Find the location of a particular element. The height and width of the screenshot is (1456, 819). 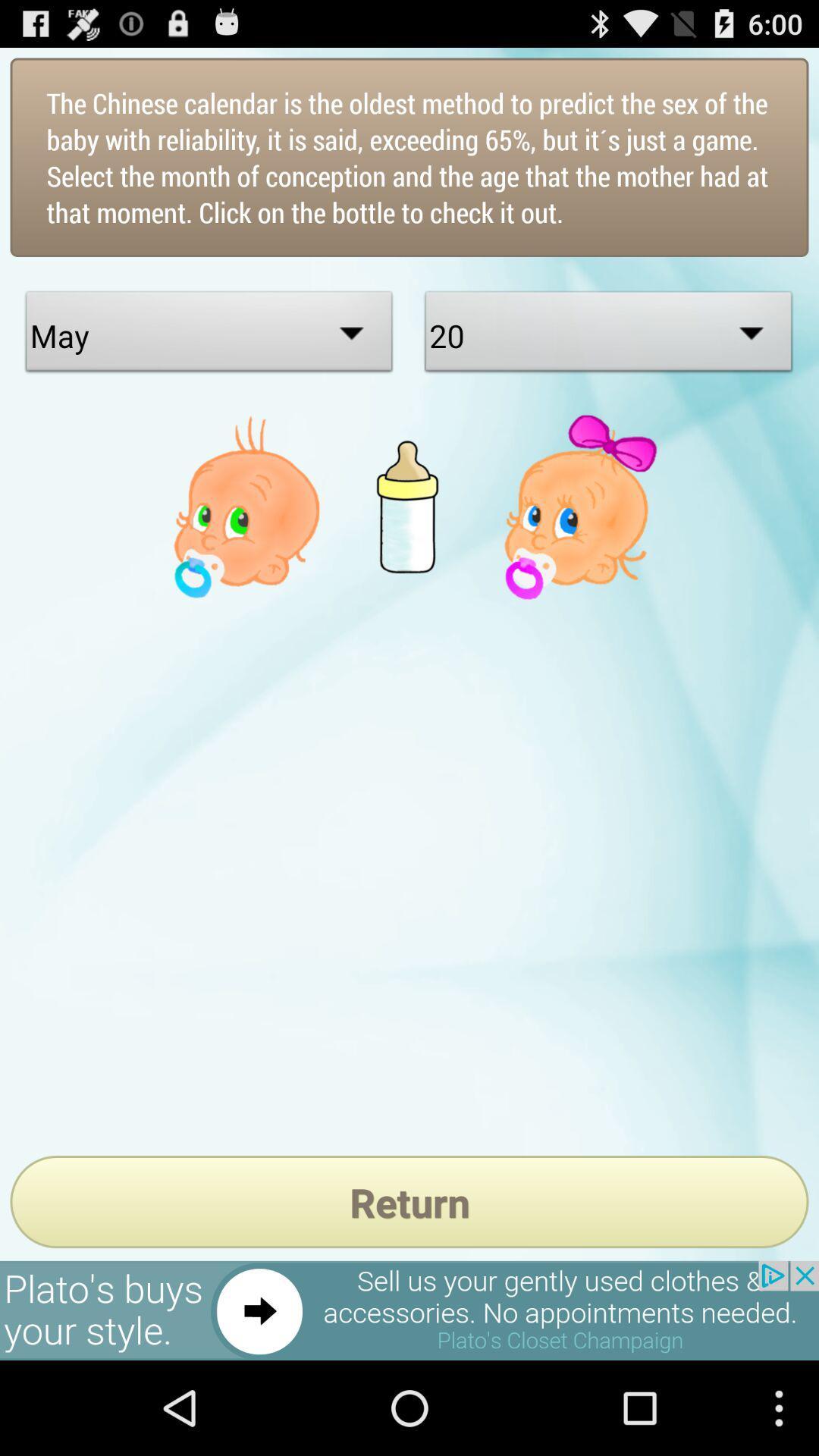

next is located at coordinates (409, 1310).